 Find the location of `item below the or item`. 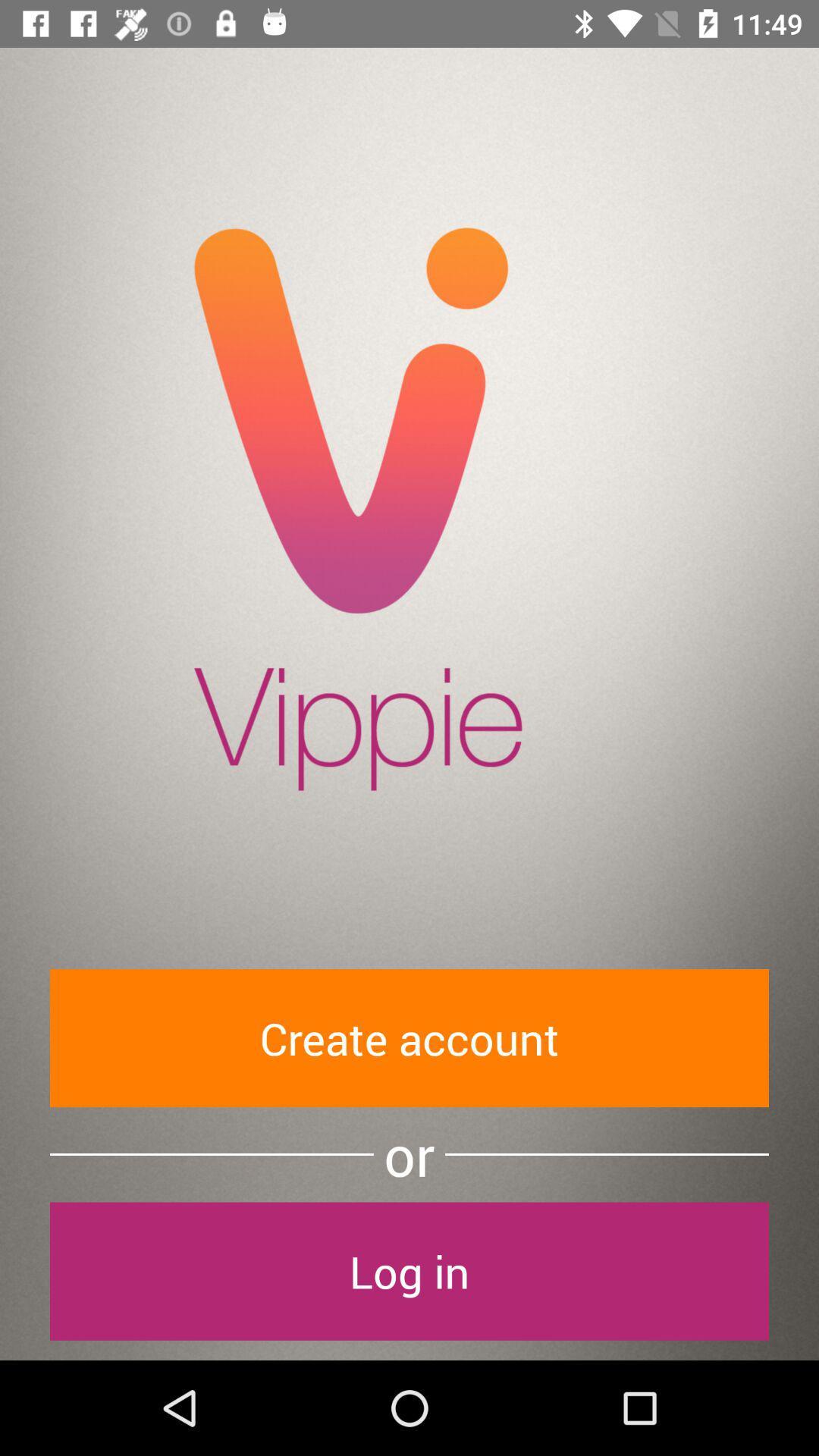

item below the or item is located at coordinates (409, 1271).